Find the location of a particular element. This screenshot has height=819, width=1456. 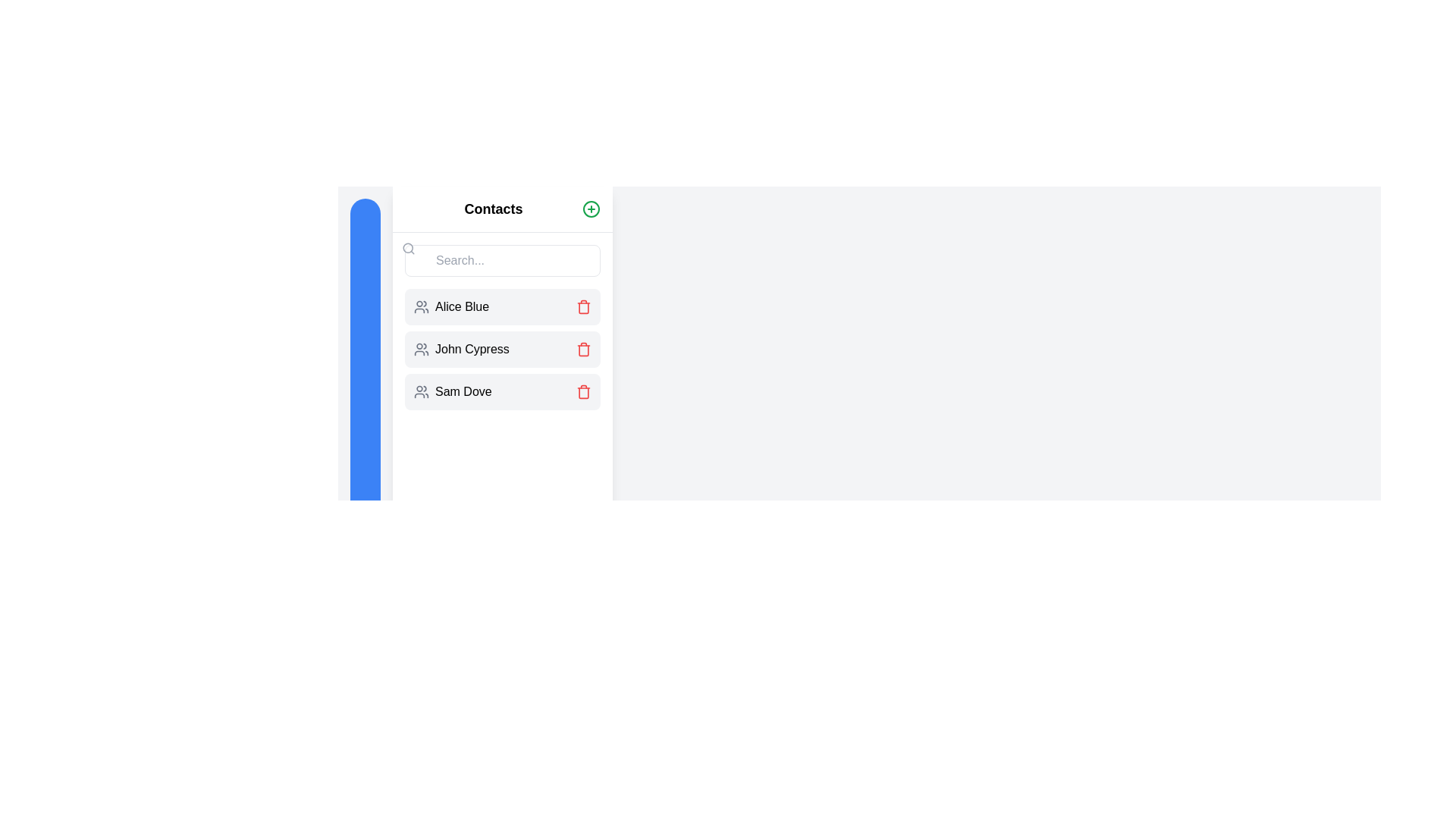

the delete button located to the far-right of the 'Alice Blue' entry in the Contacts section is located at coordinates (582, 307).